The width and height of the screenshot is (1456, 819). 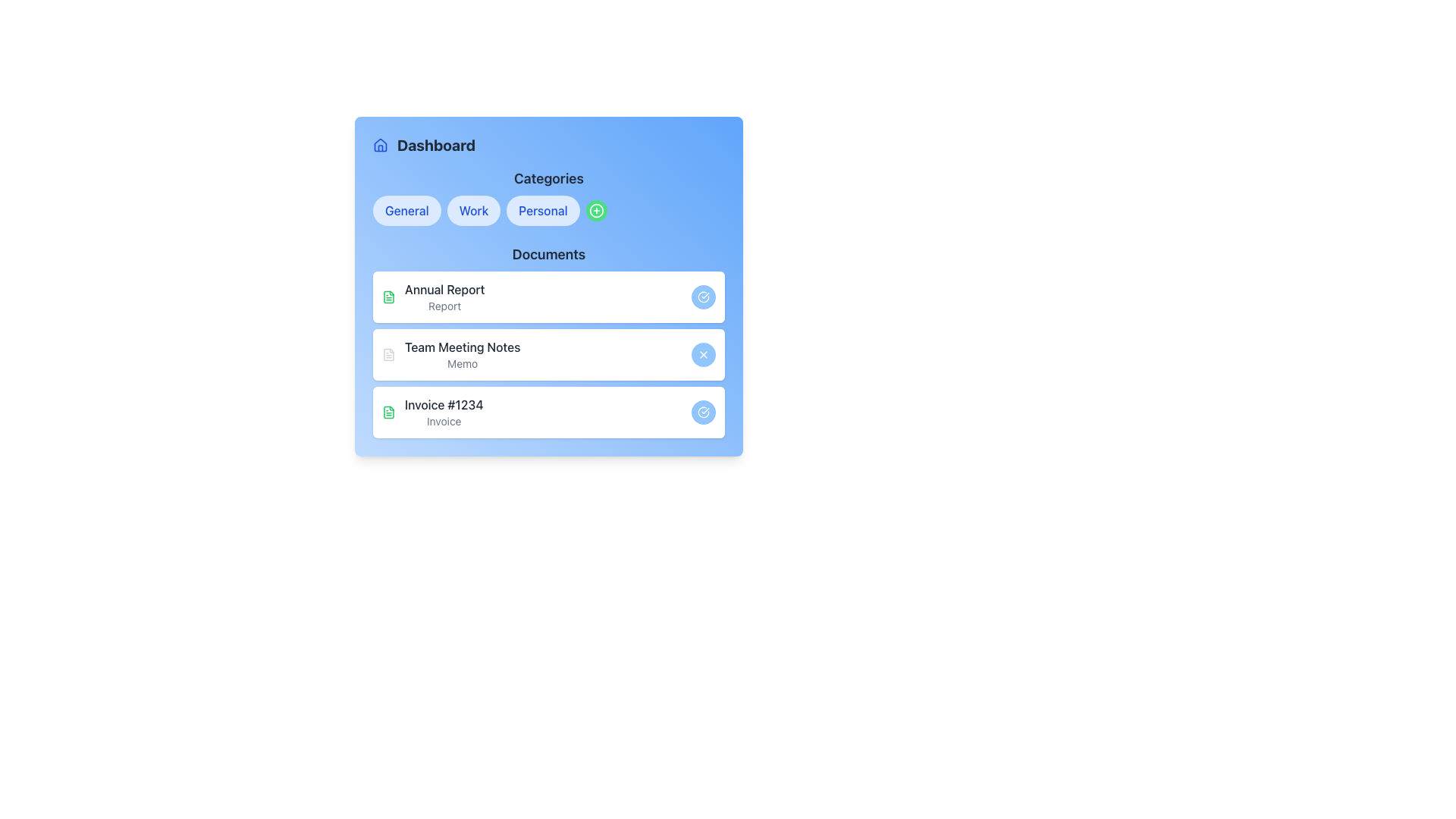 I want to click on the document entry labeled 'Team Meeting Notes', so click(x=462, y=354).